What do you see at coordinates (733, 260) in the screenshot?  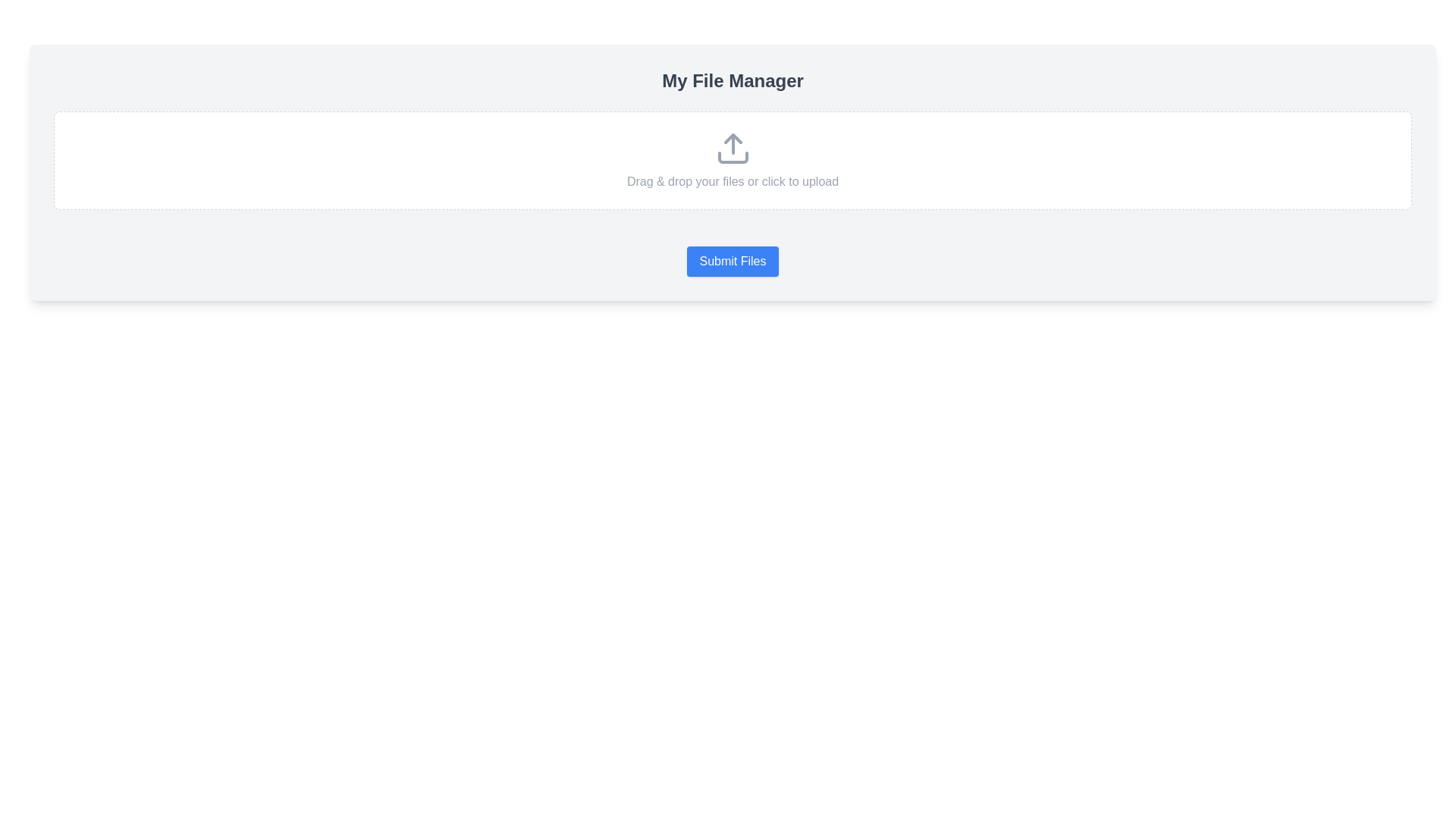 I see `the 'Submit Files' button, a rectangular button with a blue background and white text, located at the bottom of the 'My File Manager' panel` at bounding box center [733, 260].